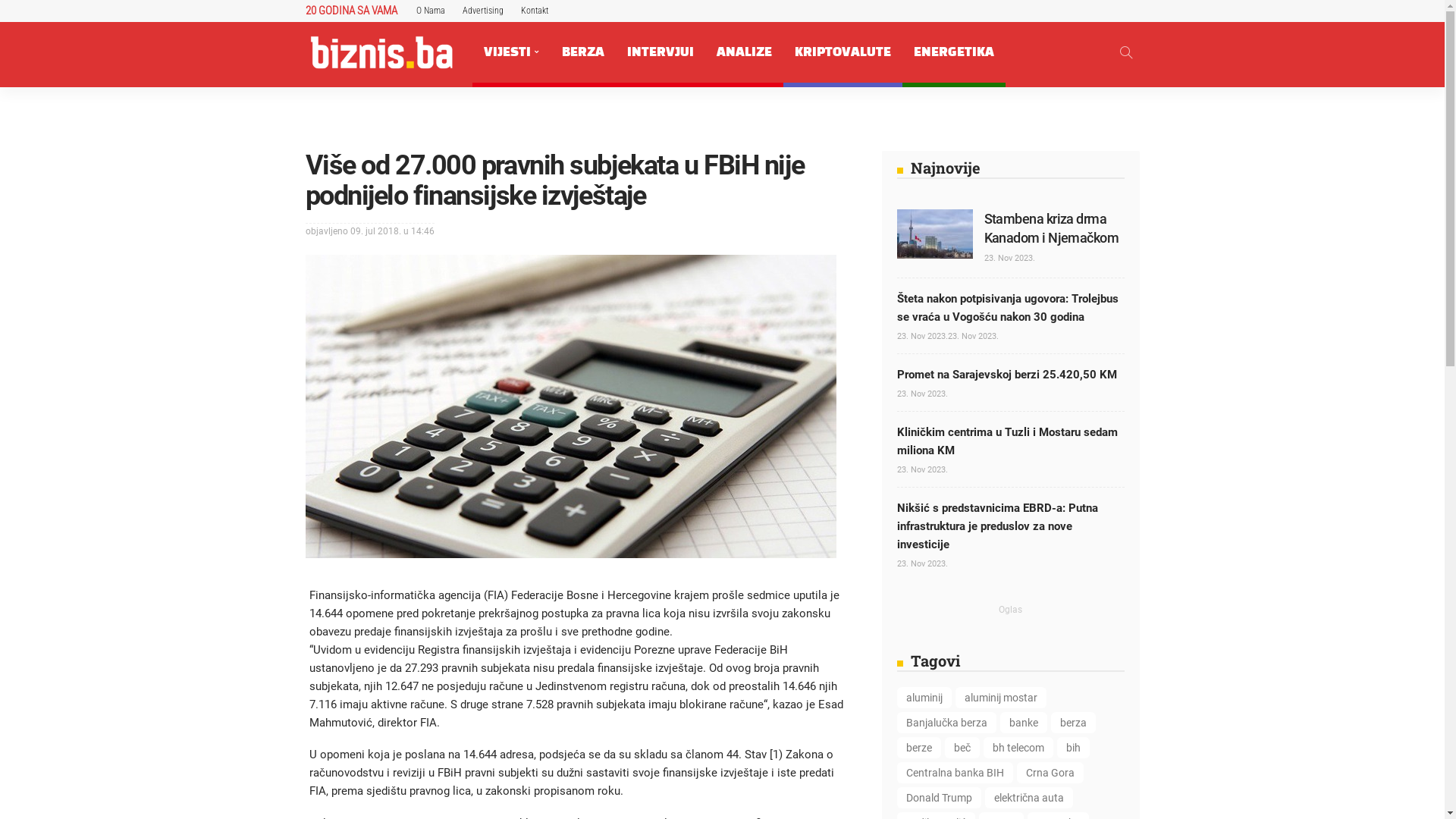 The width and height of the screenshot is (1456, 819). What do you see at coordinates (471, 52) in the screenshot?
I see `'VIJESTI'` at bounding box center [471, 52].